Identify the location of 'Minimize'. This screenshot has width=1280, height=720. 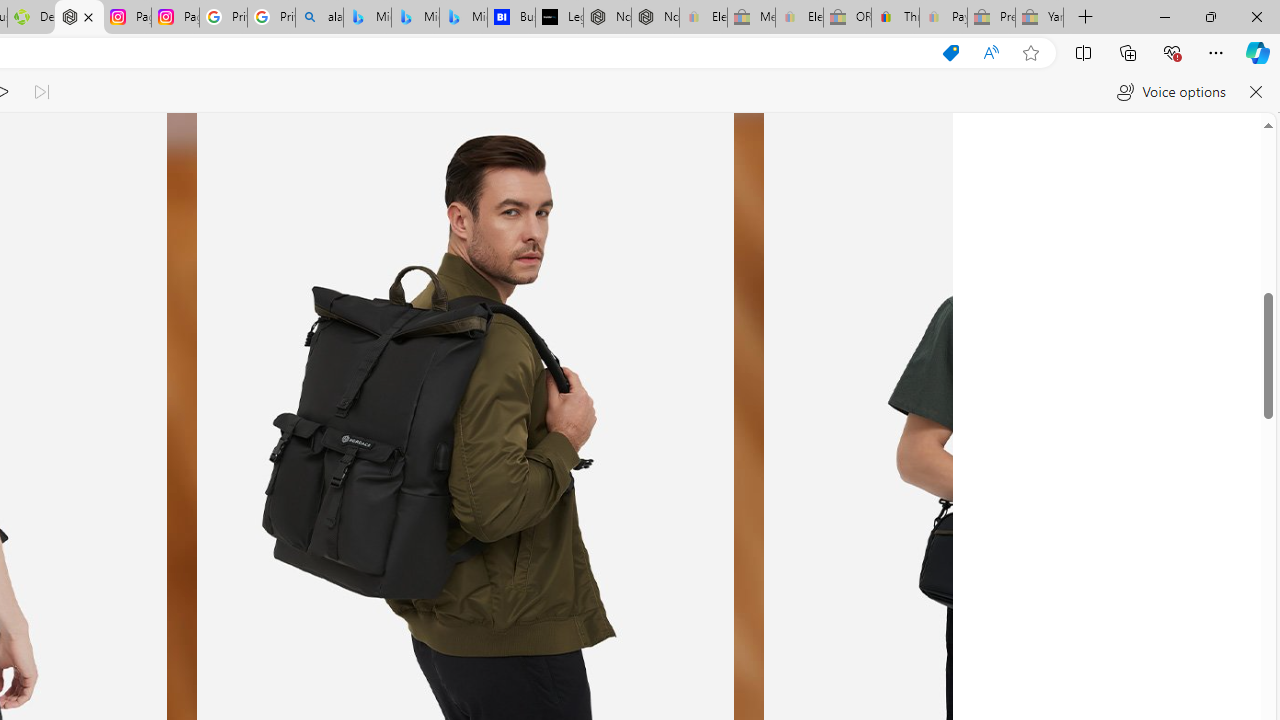
(1164, 16).